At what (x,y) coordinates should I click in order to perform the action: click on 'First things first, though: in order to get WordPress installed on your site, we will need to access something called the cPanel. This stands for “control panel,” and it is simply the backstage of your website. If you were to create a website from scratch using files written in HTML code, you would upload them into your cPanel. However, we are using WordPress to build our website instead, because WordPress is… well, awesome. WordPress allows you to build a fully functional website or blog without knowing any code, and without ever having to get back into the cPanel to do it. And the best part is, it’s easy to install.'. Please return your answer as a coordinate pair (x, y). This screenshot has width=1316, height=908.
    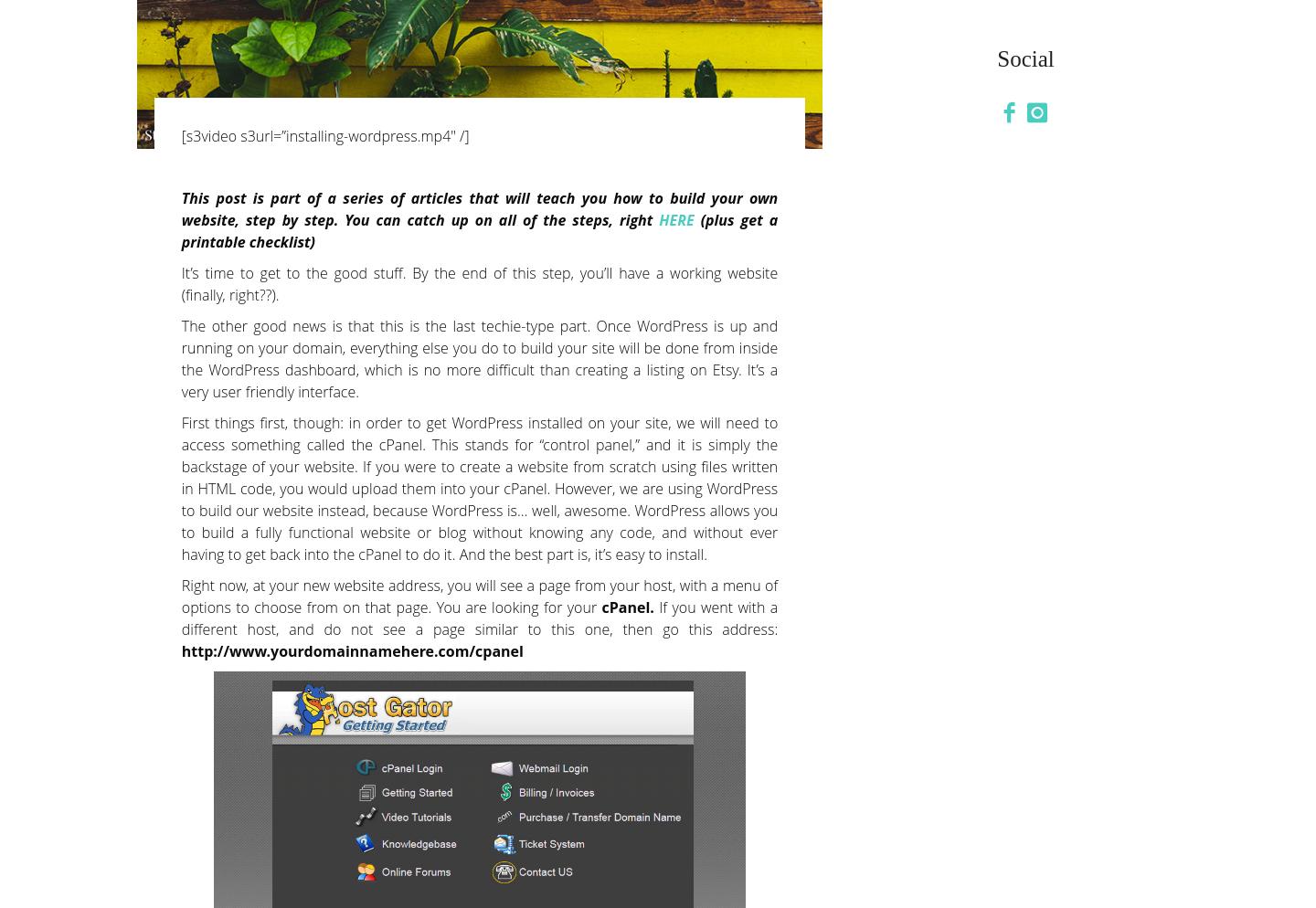
    Looking at the image, I should click on (478, 487).